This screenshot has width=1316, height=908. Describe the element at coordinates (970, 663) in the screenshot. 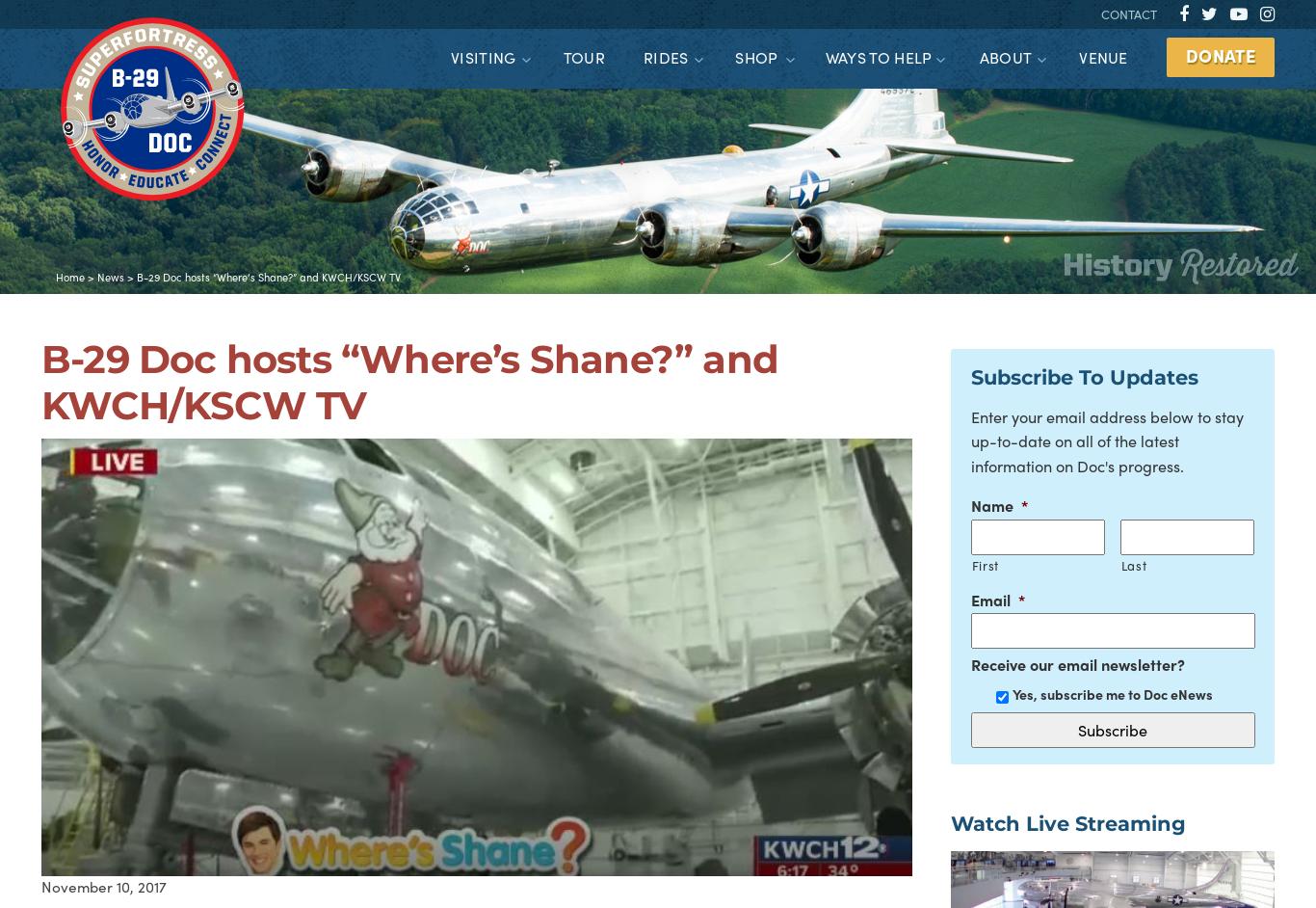

I see `'Receive our email newsletter?'` at that location.